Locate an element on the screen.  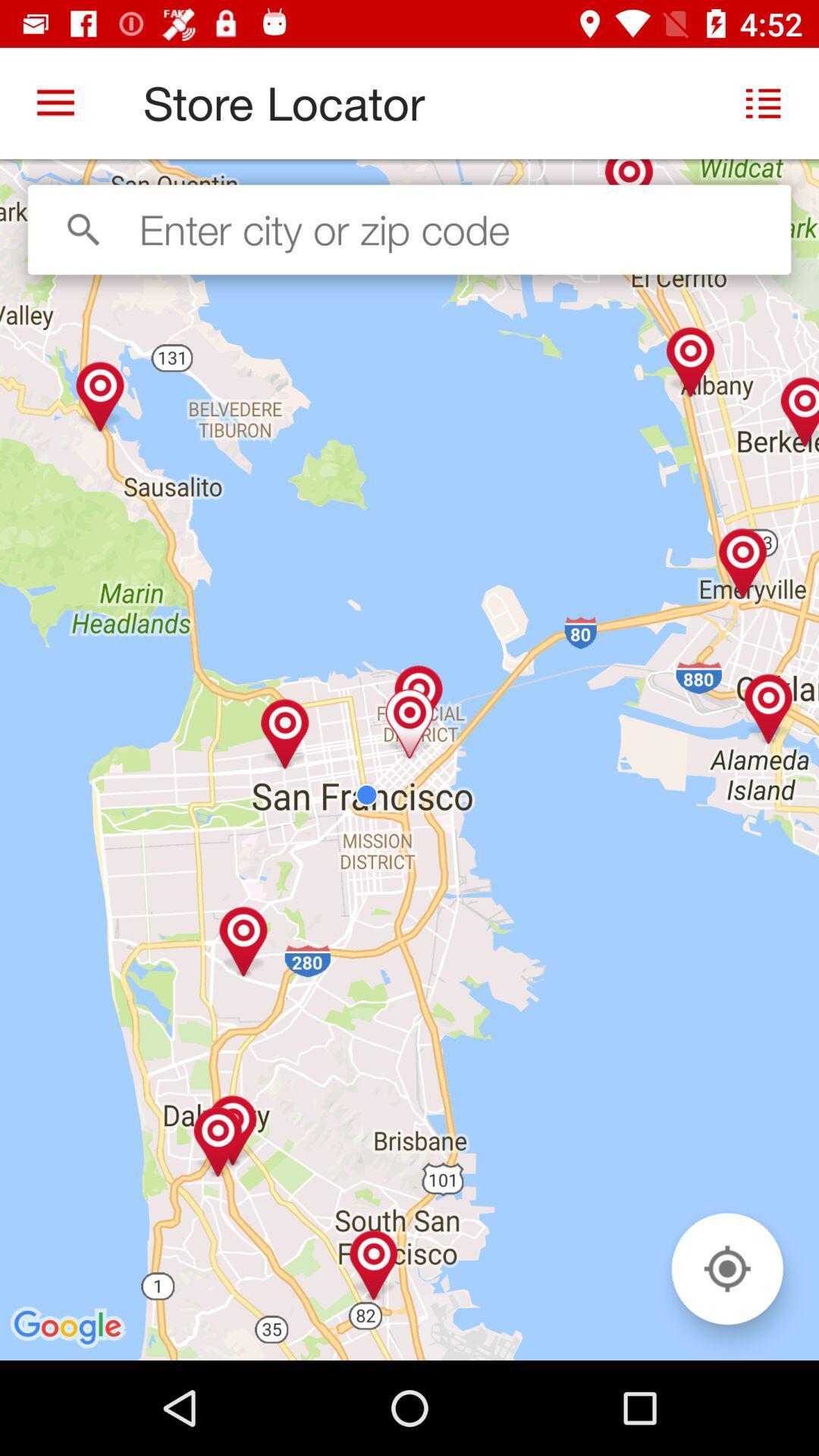
icon to the left of store locator is located at coordinates (55, 102).